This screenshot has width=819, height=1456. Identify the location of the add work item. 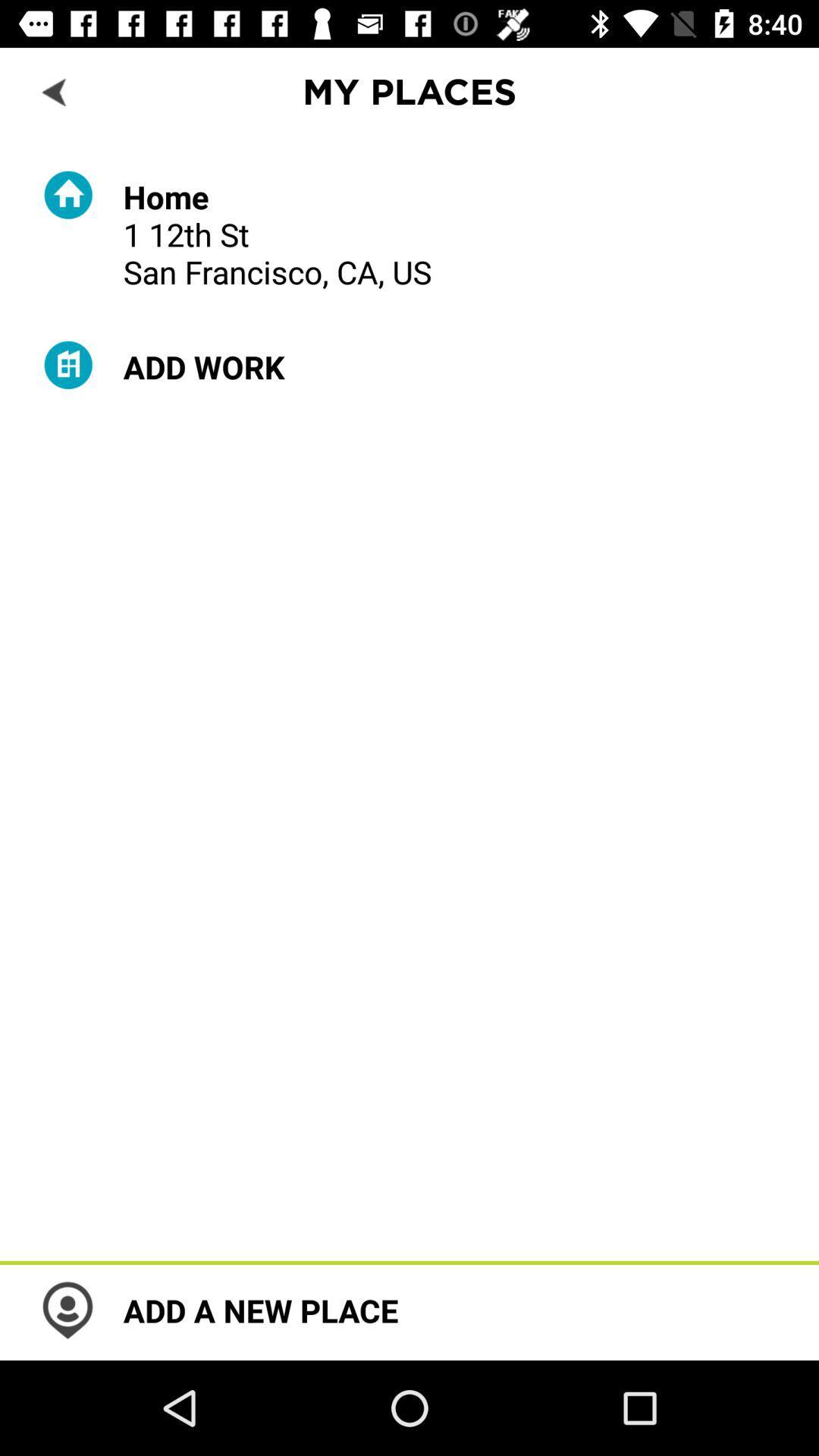
(203, 366).